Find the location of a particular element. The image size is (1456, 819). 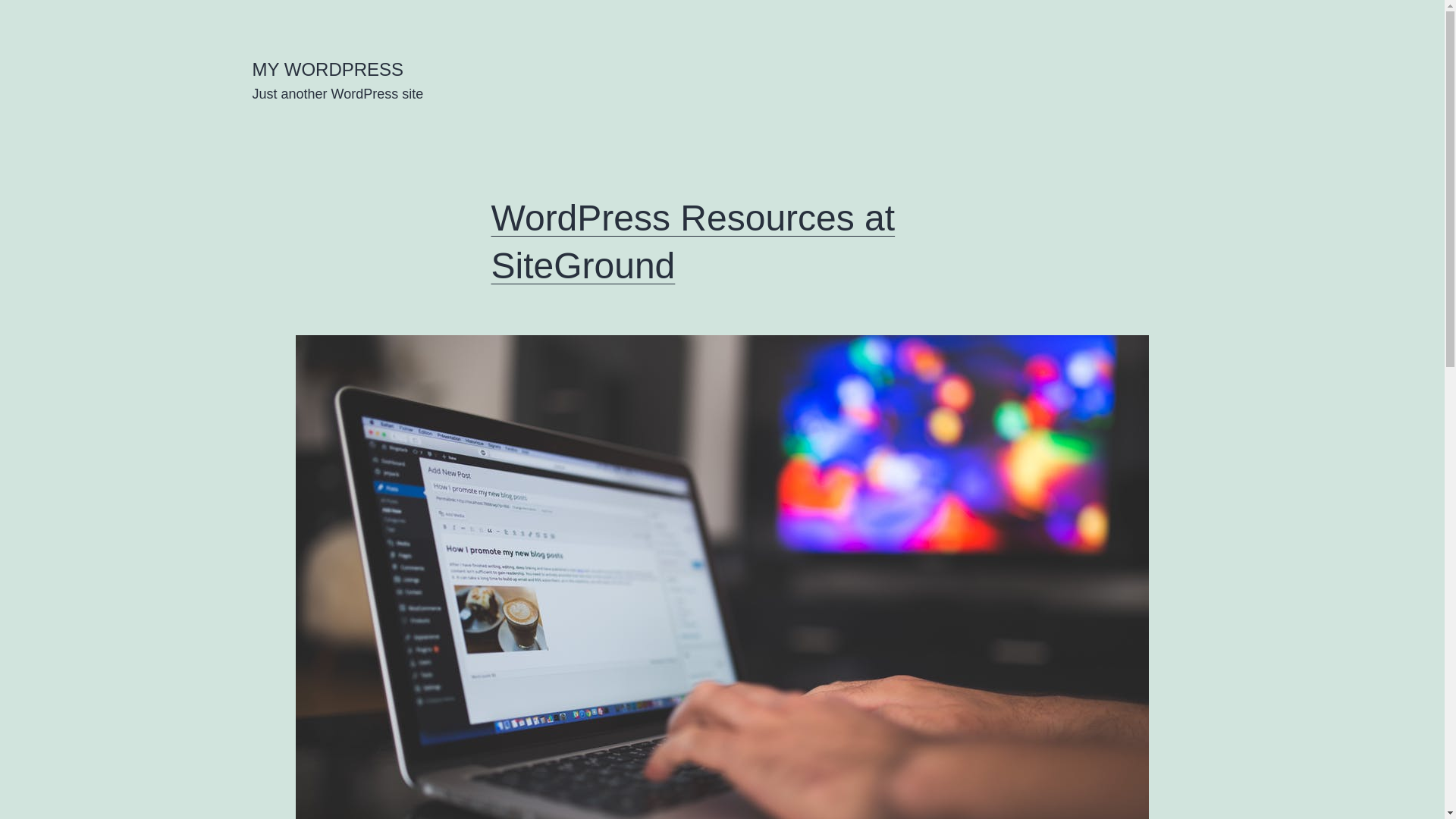

'WordPress Resources at SiteGround' is located at coordinates (692, 240).